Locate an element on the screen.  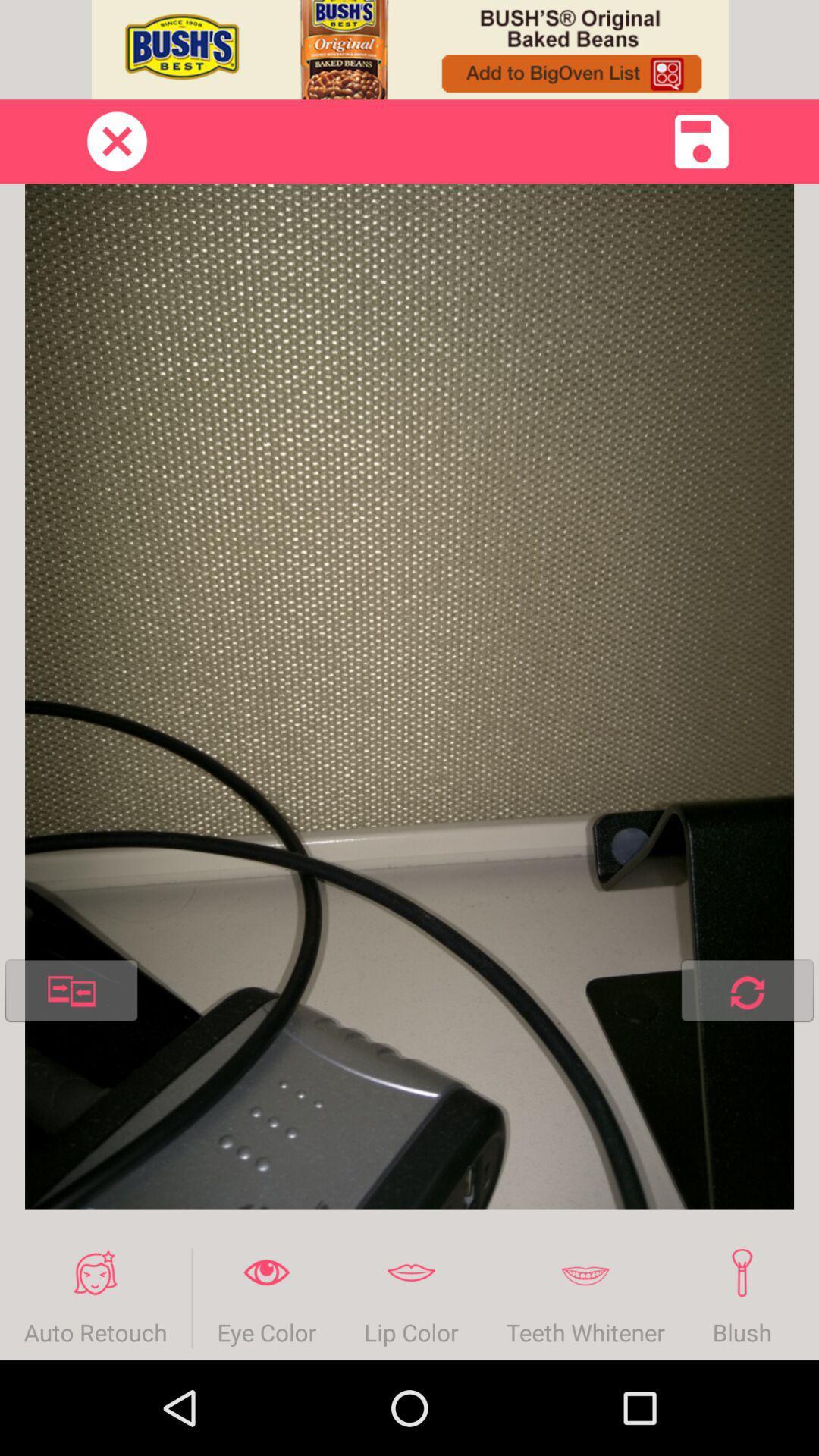
reset icon is located at coordinates (746, 993).